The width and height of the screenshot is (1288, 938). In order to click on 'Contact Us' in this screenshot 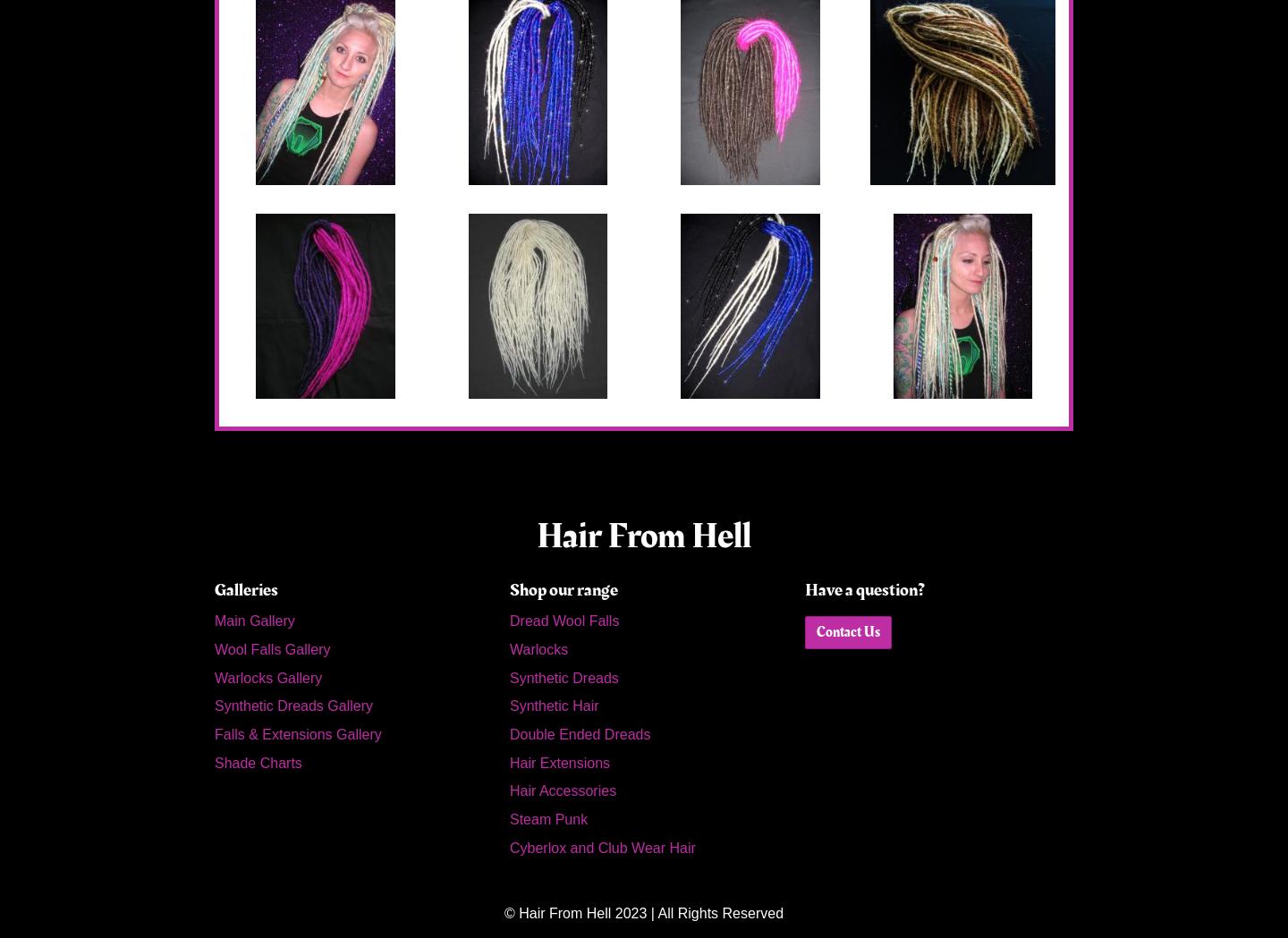, I will do `click(816, 632)`.